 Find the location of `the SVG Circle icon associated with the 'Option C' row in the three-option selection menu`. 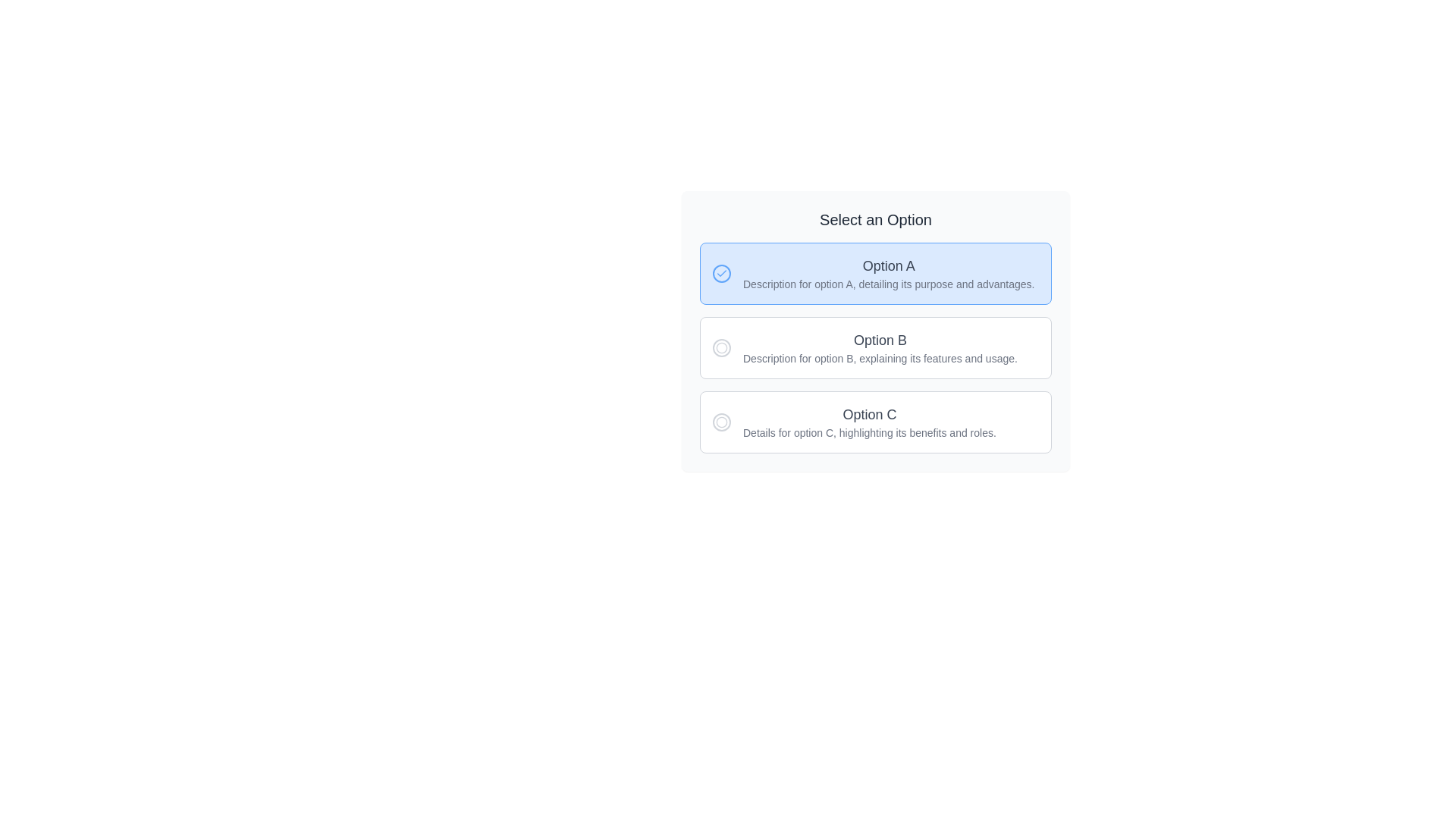

the SVG Circle icon associated with the 'Option C' row in the three-option selection menu is located at coordinates (720, 422).